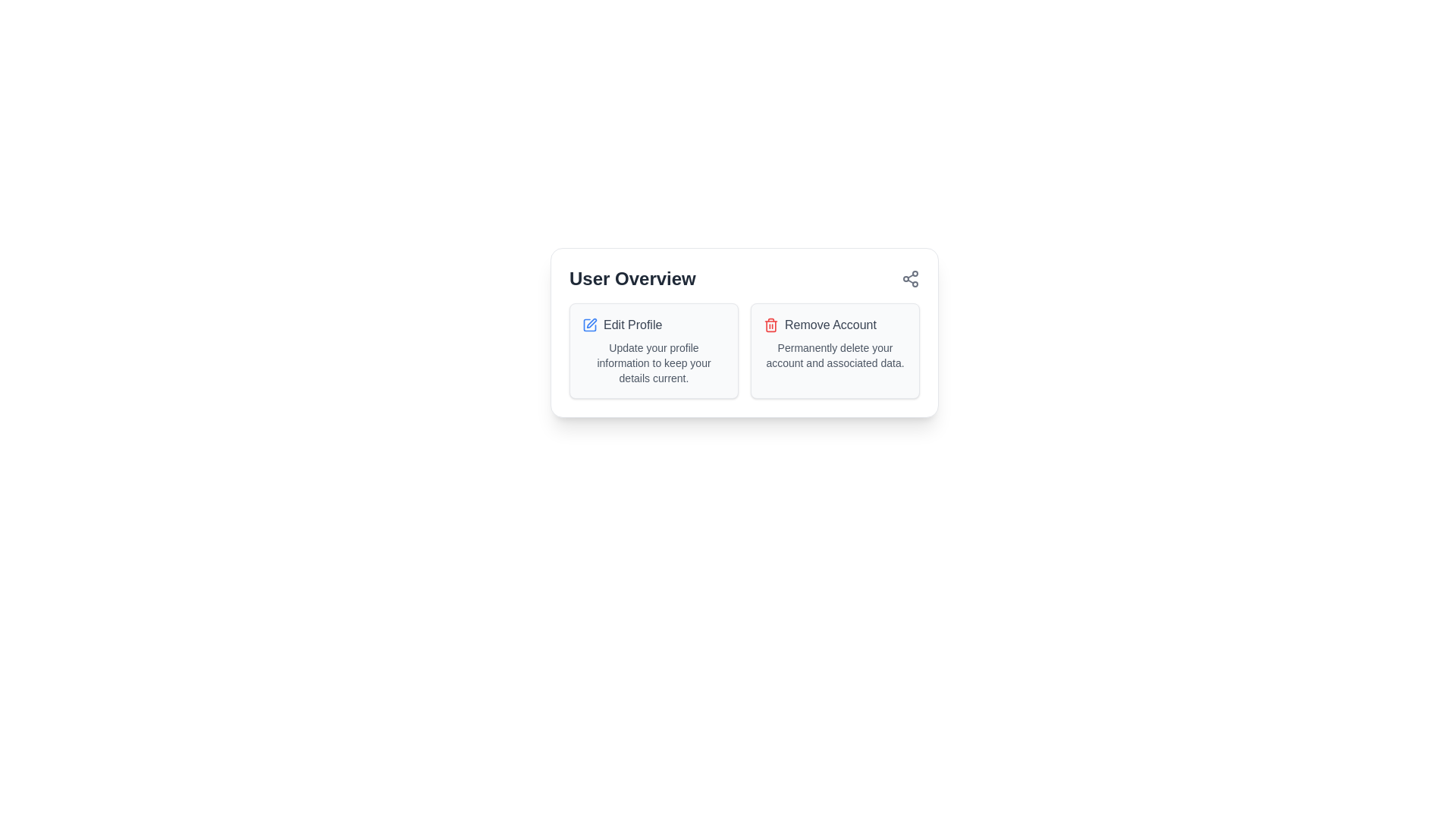 Image resolution: width=1456 pixels, height=819 pixels. What do you see at coordinates (632, 324) in the screenshot?
I see `the 'Edit Profile' text label, which is displayed in a medium-weight font and neutral gray color, located next to a blue editing icon within the 'User Overview' section` at bounding box center [632, 324].